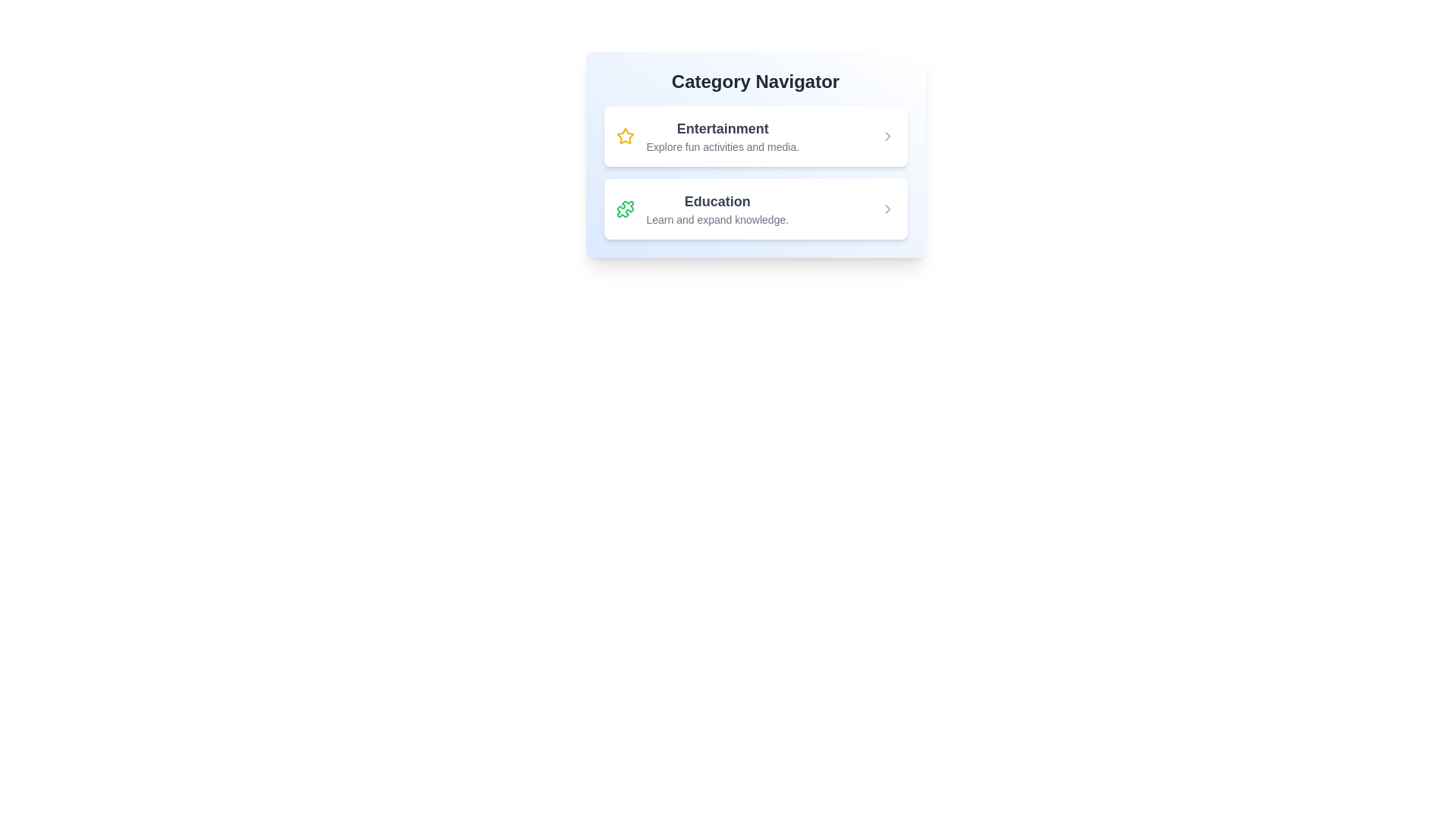 This screenshot has width=1456, height=819. I want to click on the first item, so click(755, 136).